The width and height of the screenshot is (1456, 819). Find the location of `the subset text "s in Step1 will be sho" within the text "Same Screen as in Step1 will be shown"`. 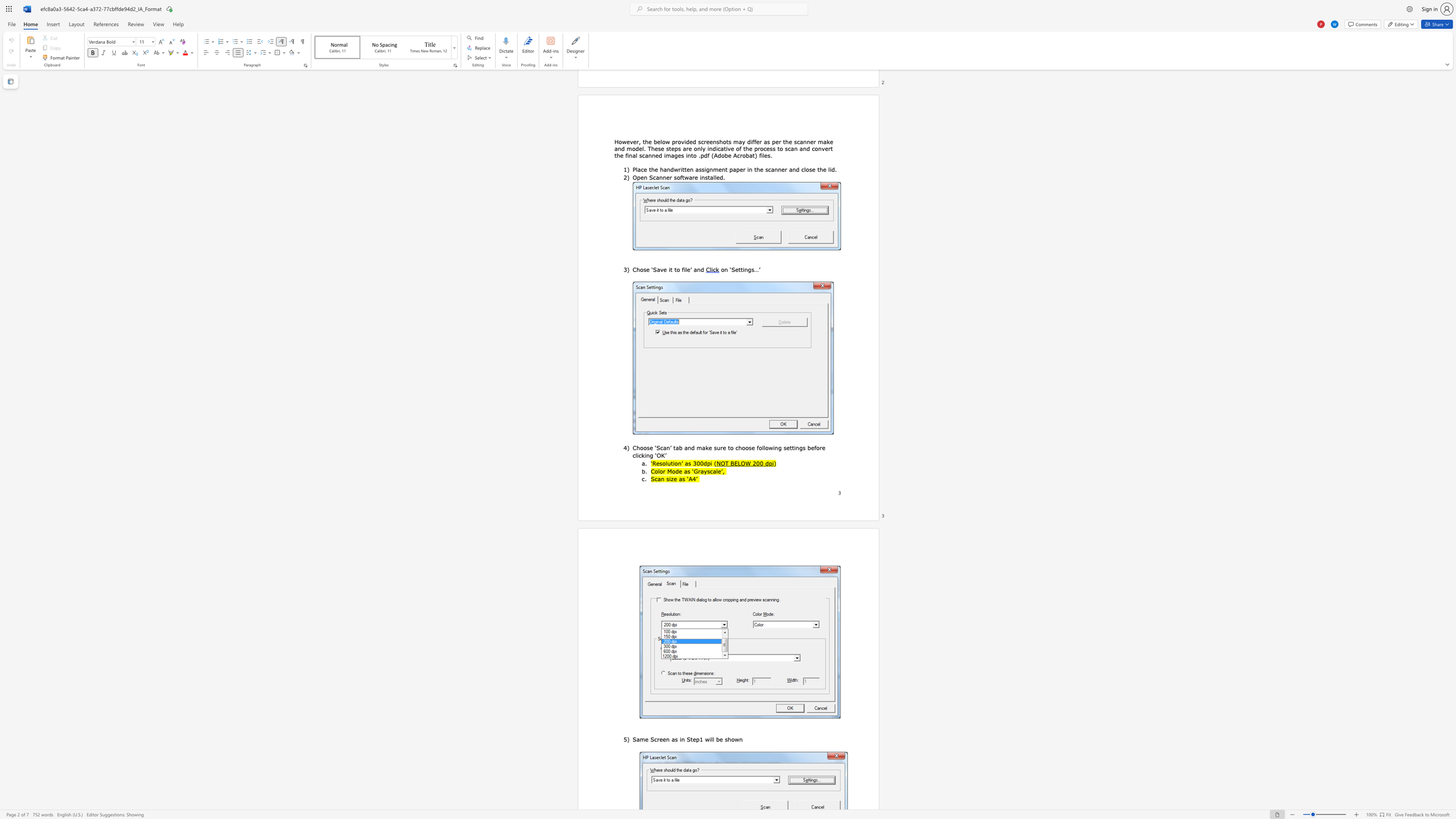

the subset text "s in Step1 will be sho" within the text "Same Screen as in Step1 will be shown" is located at coordinates (674, 739).